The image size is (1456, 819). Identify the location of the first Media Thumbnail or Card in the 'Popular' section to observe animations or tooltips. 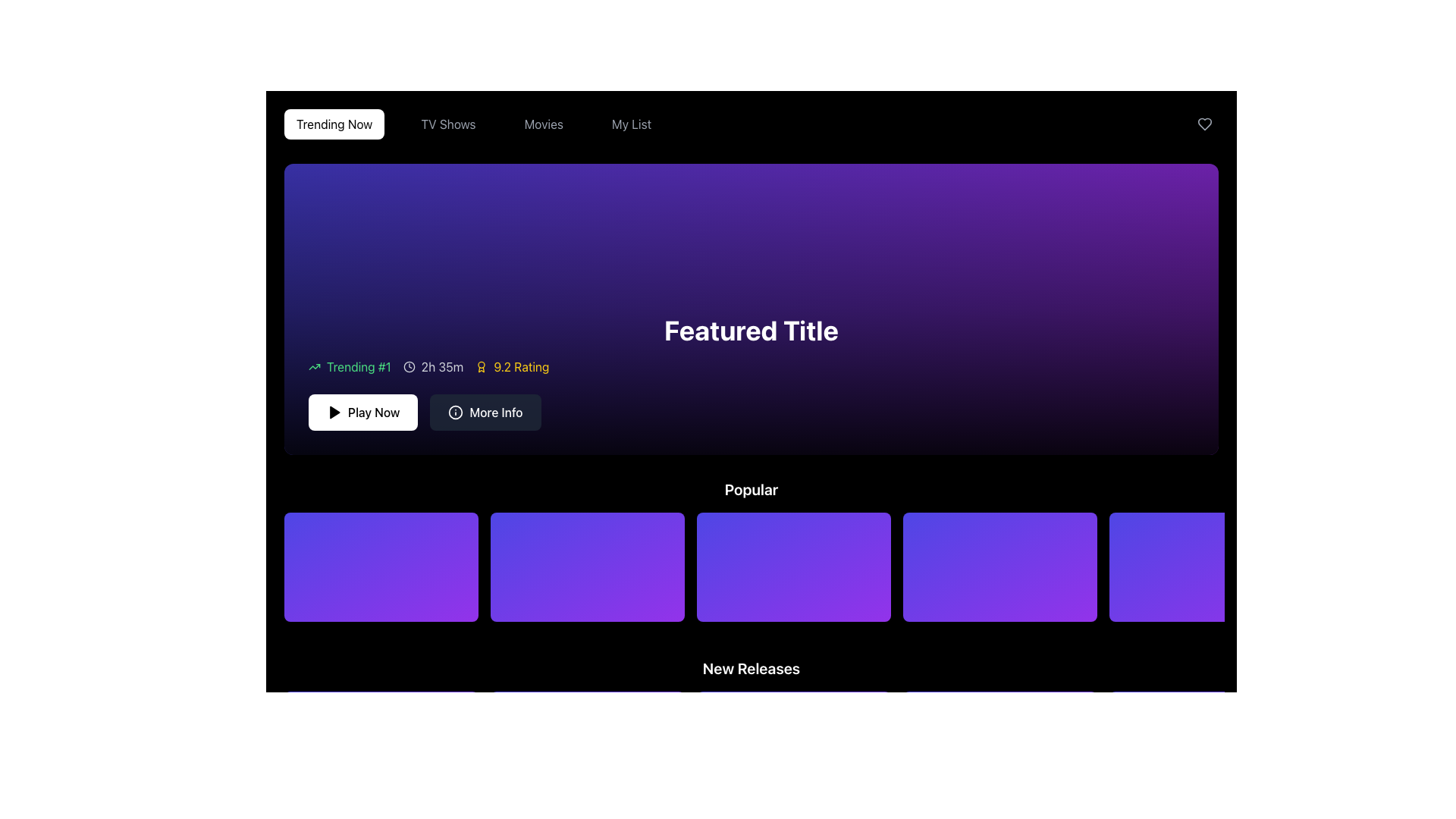
(381, 567).